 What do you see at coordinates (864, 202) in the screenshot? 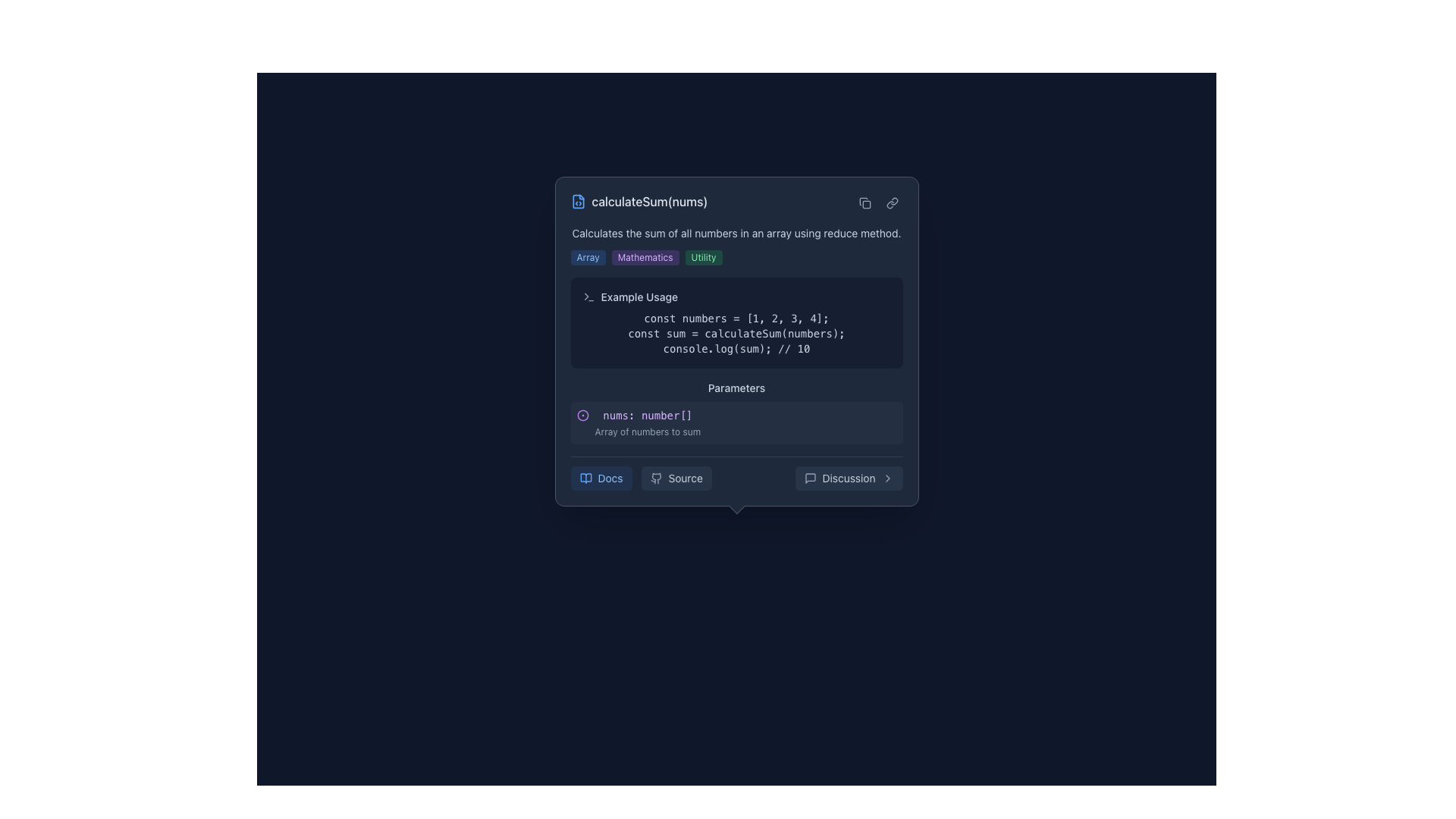
I see `the copy button located in the top-right section of the modal` at bounding box center [864, 202].